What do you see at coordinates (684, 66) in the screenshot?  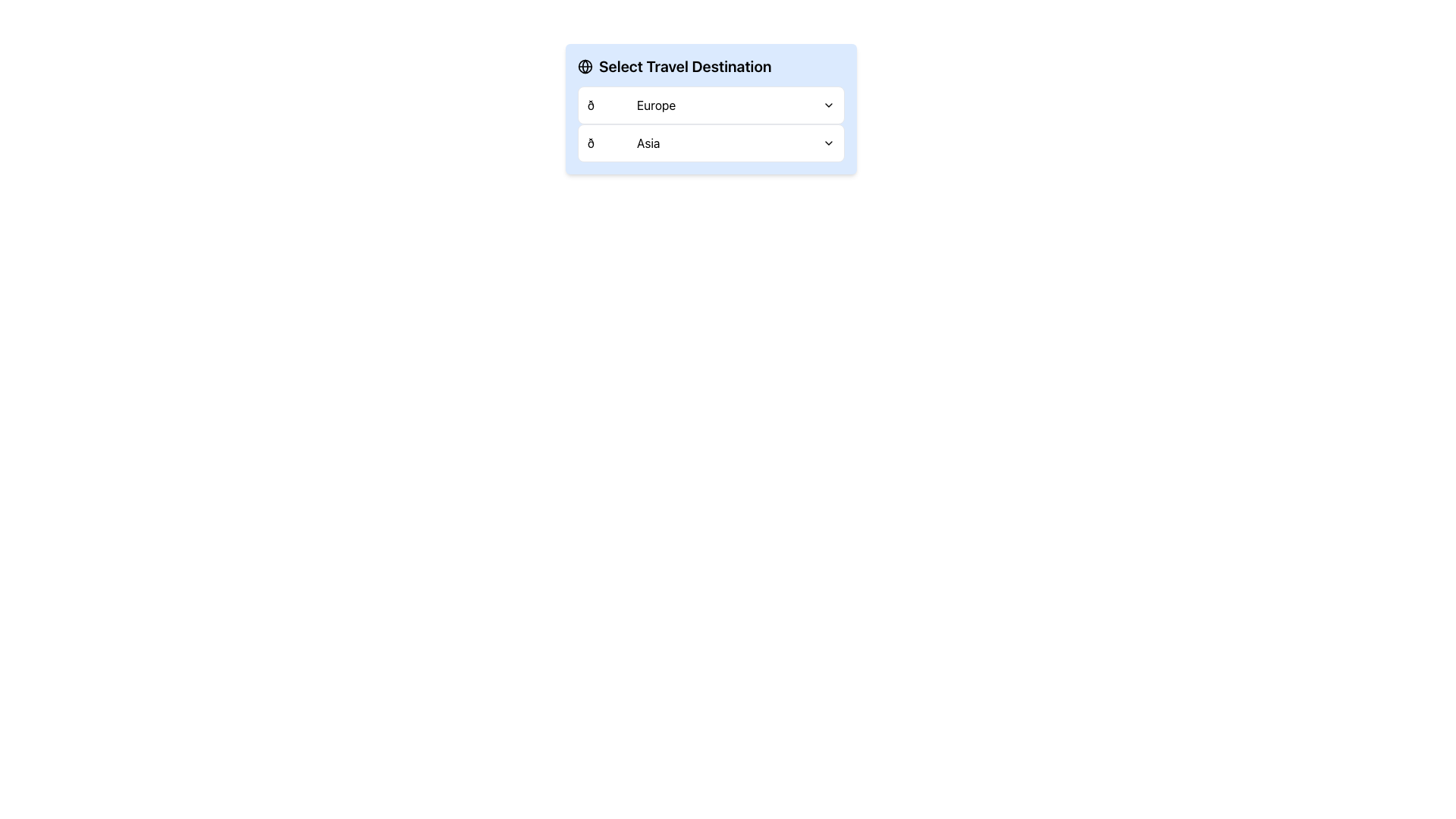 I see `the header text 'Select Travel Destination', which is styled in bold and larger text size, located at the center of the top header, adjacent to a globe icon` at bounding box center [684, 66].